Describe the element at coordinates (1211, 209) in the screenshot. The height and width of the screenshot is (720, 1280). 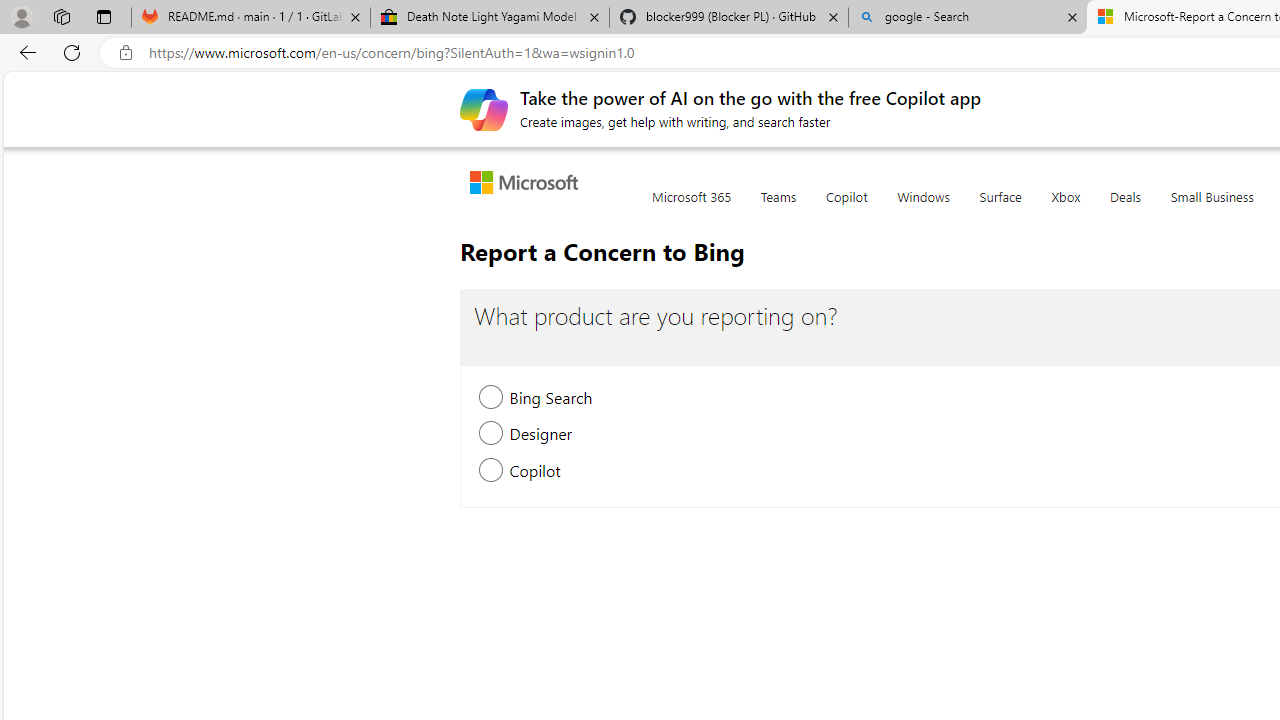
I see `'Small Business'` at that location.